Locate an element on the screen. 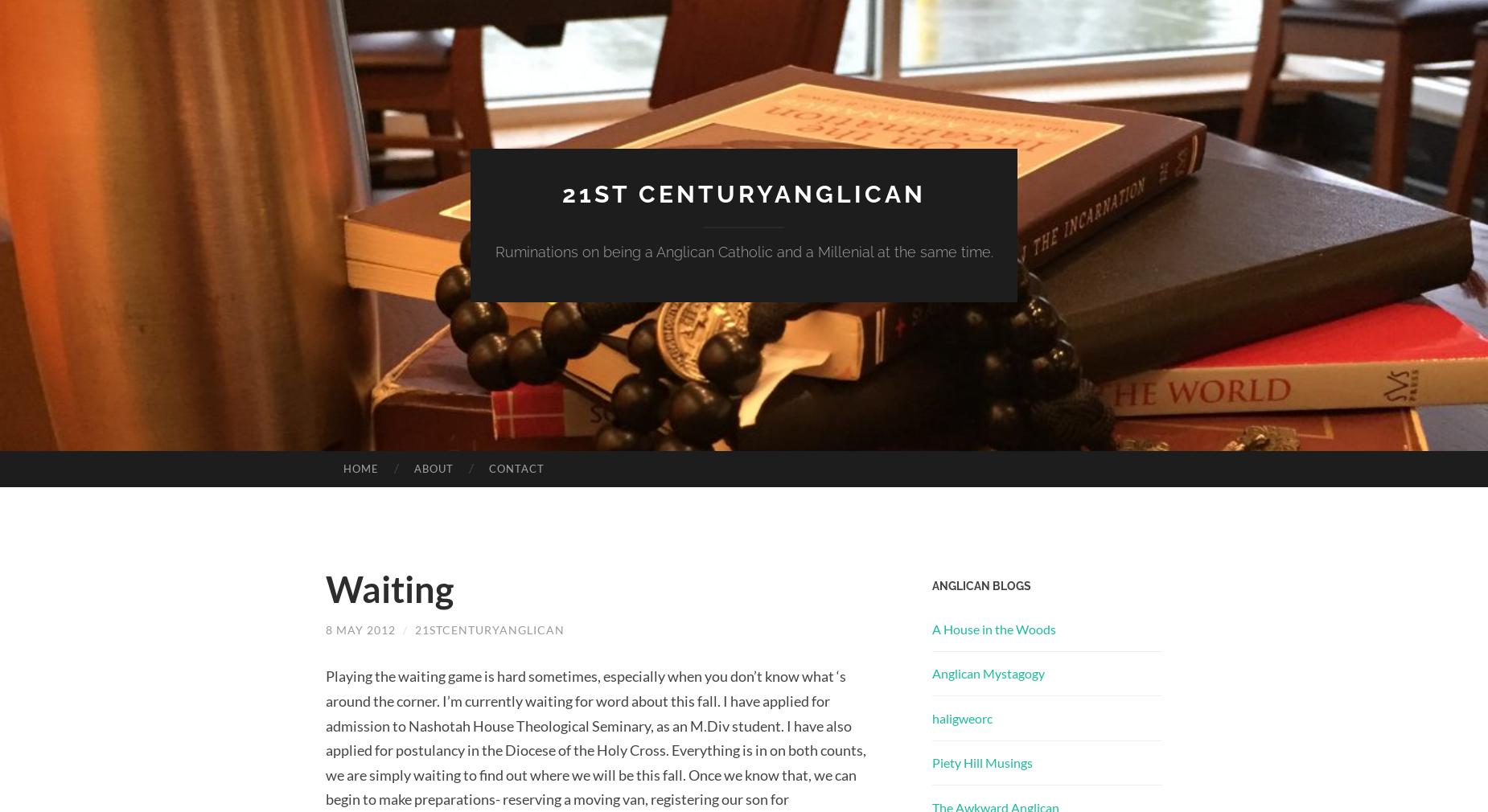  'Waiting' is located at coordinates (389, 588).